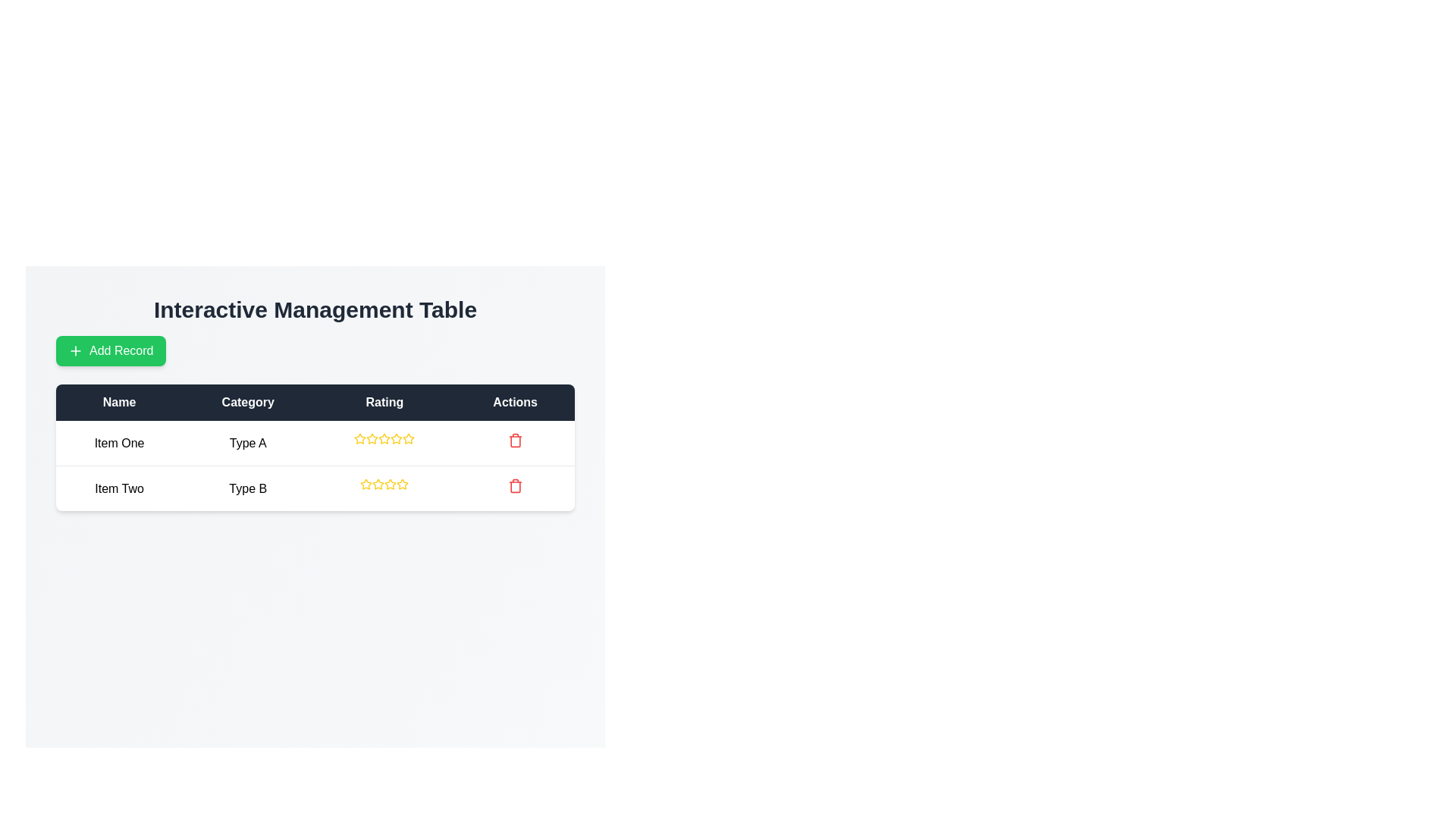  I want to click on the fourth column header in the table, positioned at the far right of the header row, so click(515, 402).